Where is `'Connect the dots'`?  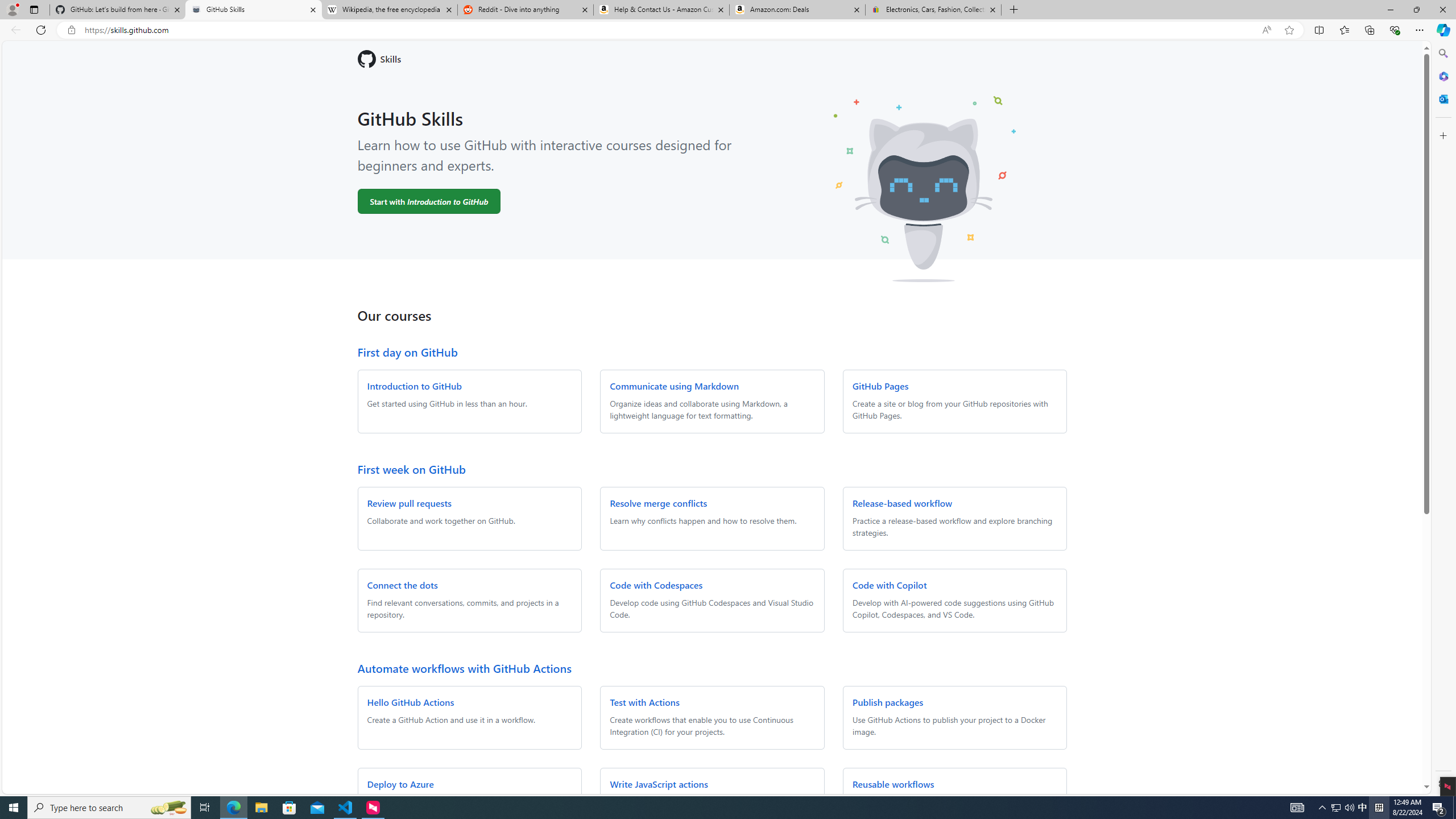
'Connect the dots' is located at coordinates (402, 584).